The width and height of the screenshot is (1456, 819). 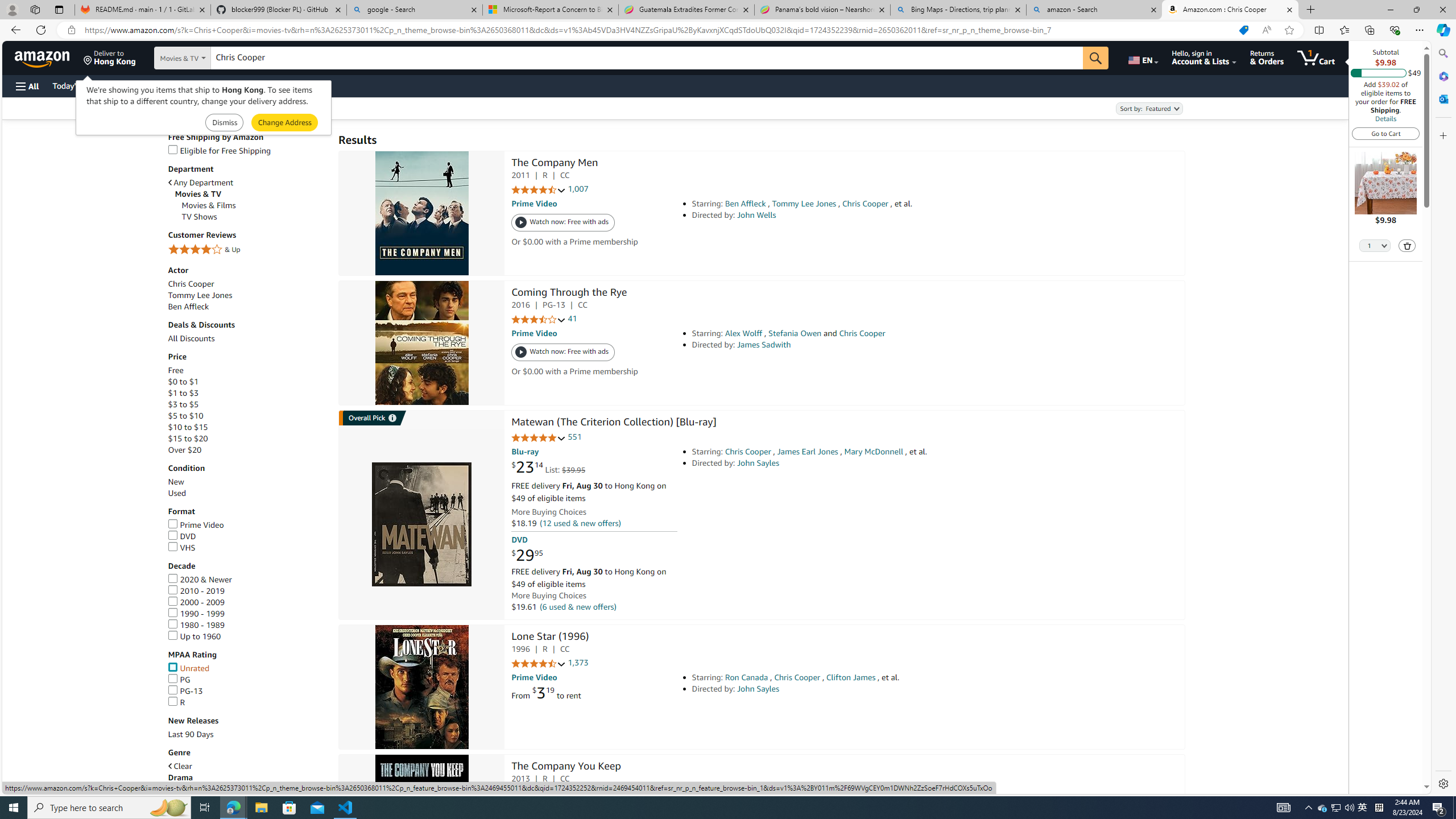 I want to click on '$23.14 List: $39.95', so click(x=547, y=466).